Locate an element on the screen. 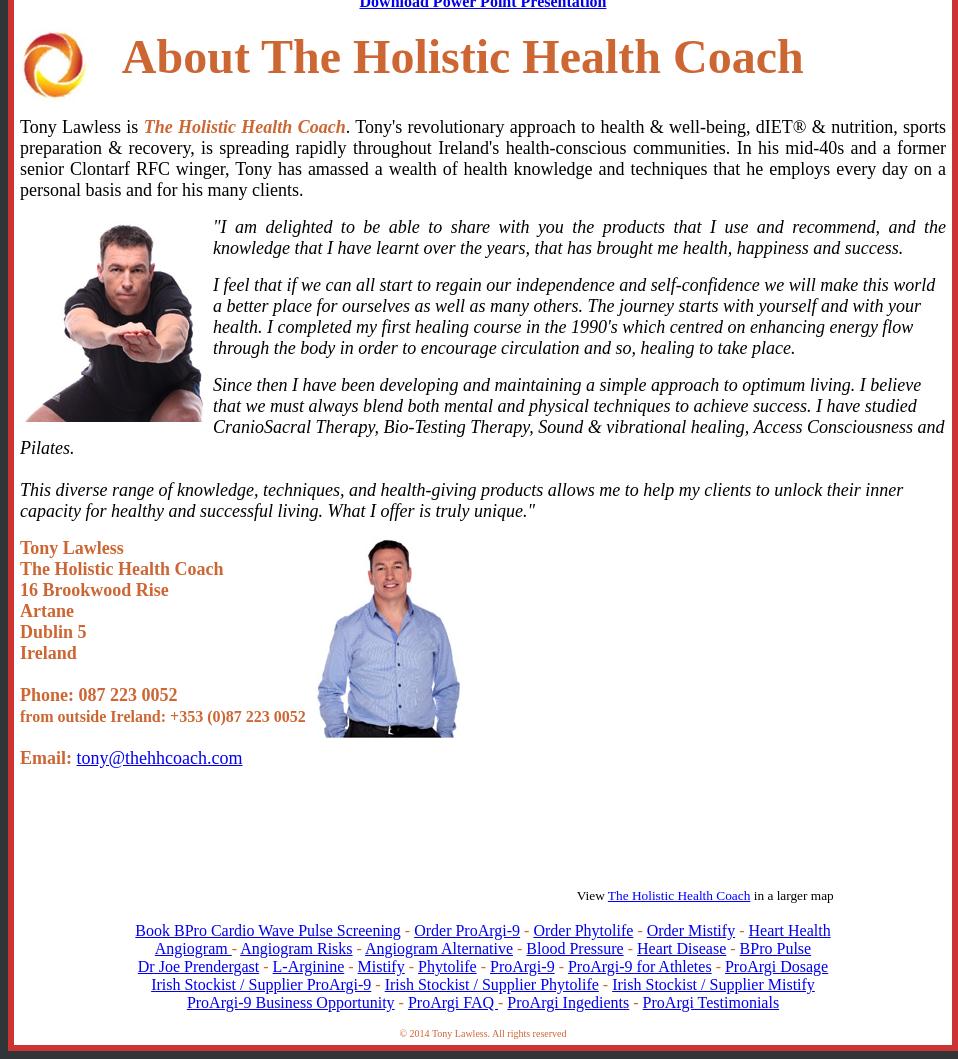 The height and width of the screenshot is (1059, 958). 'Irish Stockist / Supplier Mistify' is located at coordinates (712, 982).